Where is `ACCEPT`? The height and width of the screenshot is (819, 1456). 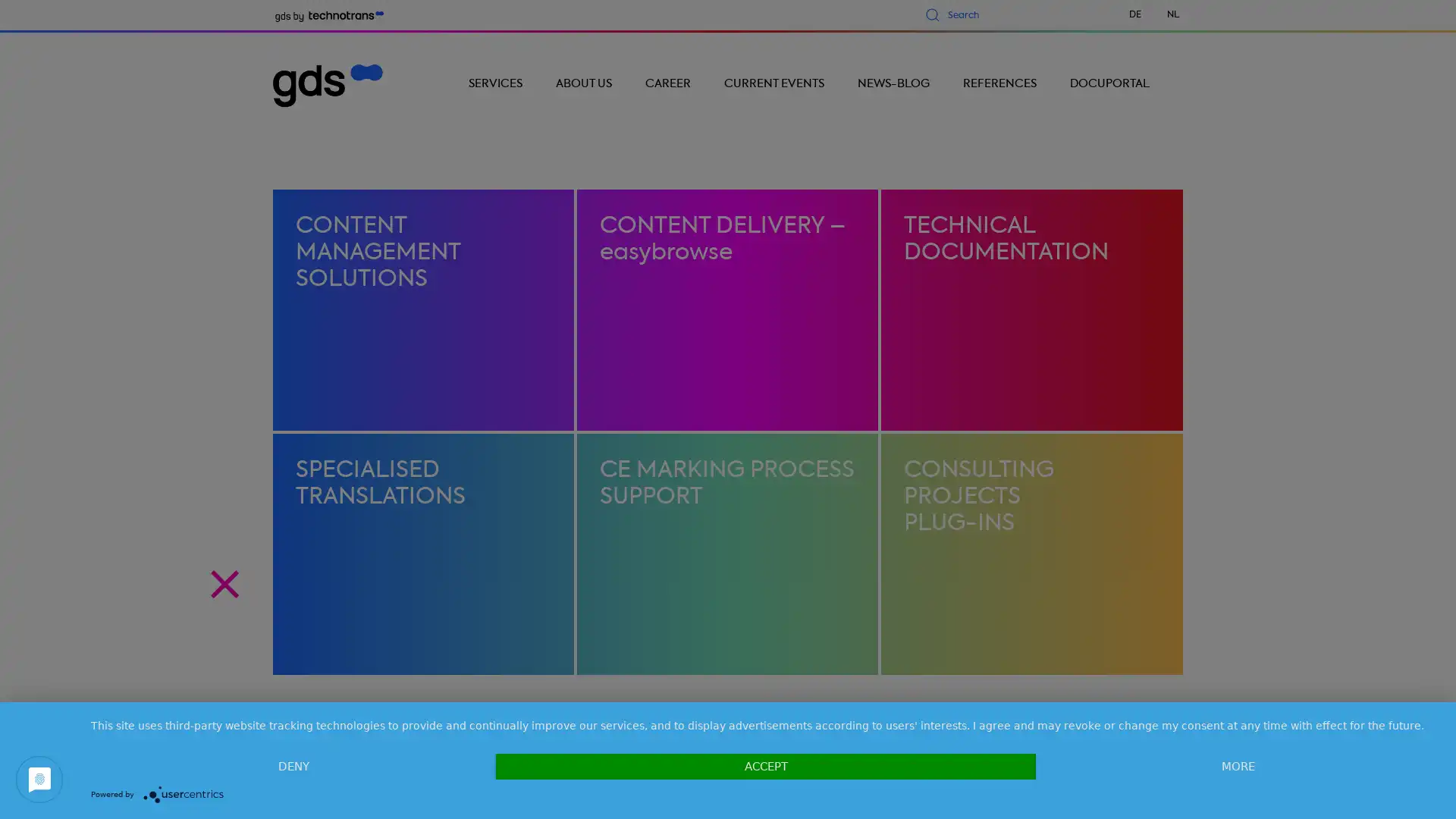 ACCEPT is located at coordinates (765, 766).